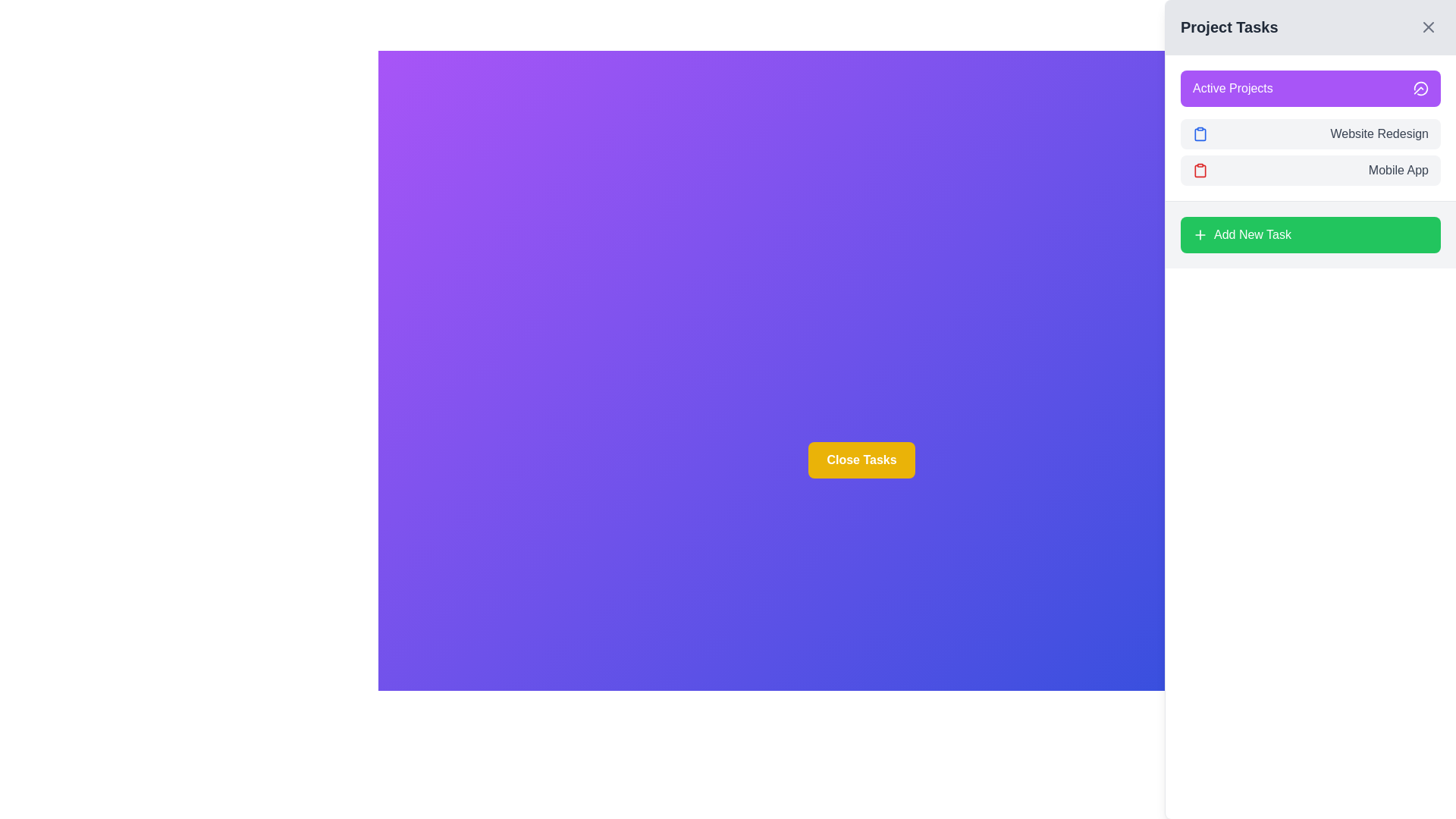 The image size is (1456, 819). What do you see at coordinates (1420, 88) in the screenshot?
I see `the circular checkmark icon located in the top-right corner of the 'Active Projects' button on the purple background in the 'Project Tasks' section` at bounding box center [1420, 88].